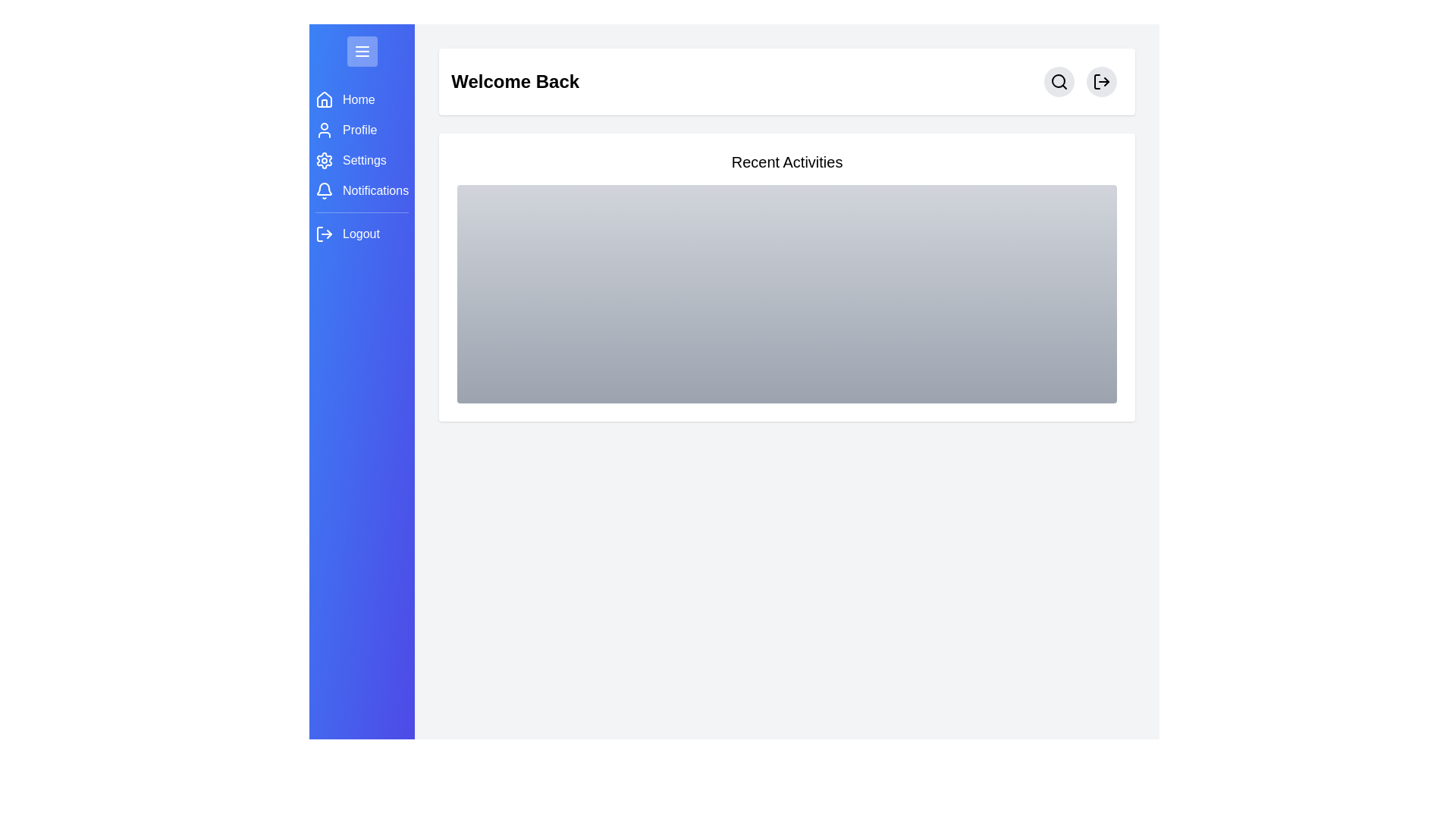 The image size is (1456, 819). Describe the element at coordinates (360, 234) in the screenshot. I see `the 'Logout' text label in the vertical navigation menu, which is white on a blue background, located on the left side of the interface` at that location.